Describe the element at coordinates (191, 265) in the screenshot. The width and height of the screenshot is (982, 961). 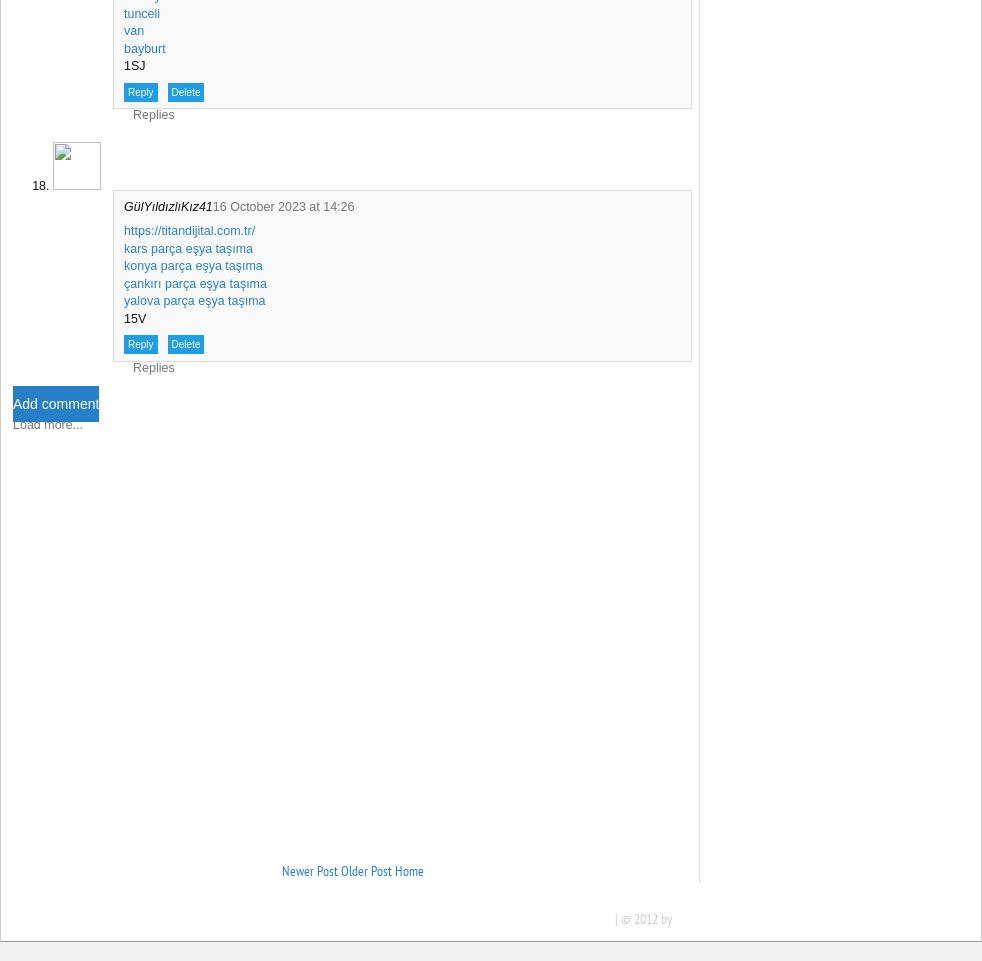
I see `'konya parça eşya taşıma'` at that location.